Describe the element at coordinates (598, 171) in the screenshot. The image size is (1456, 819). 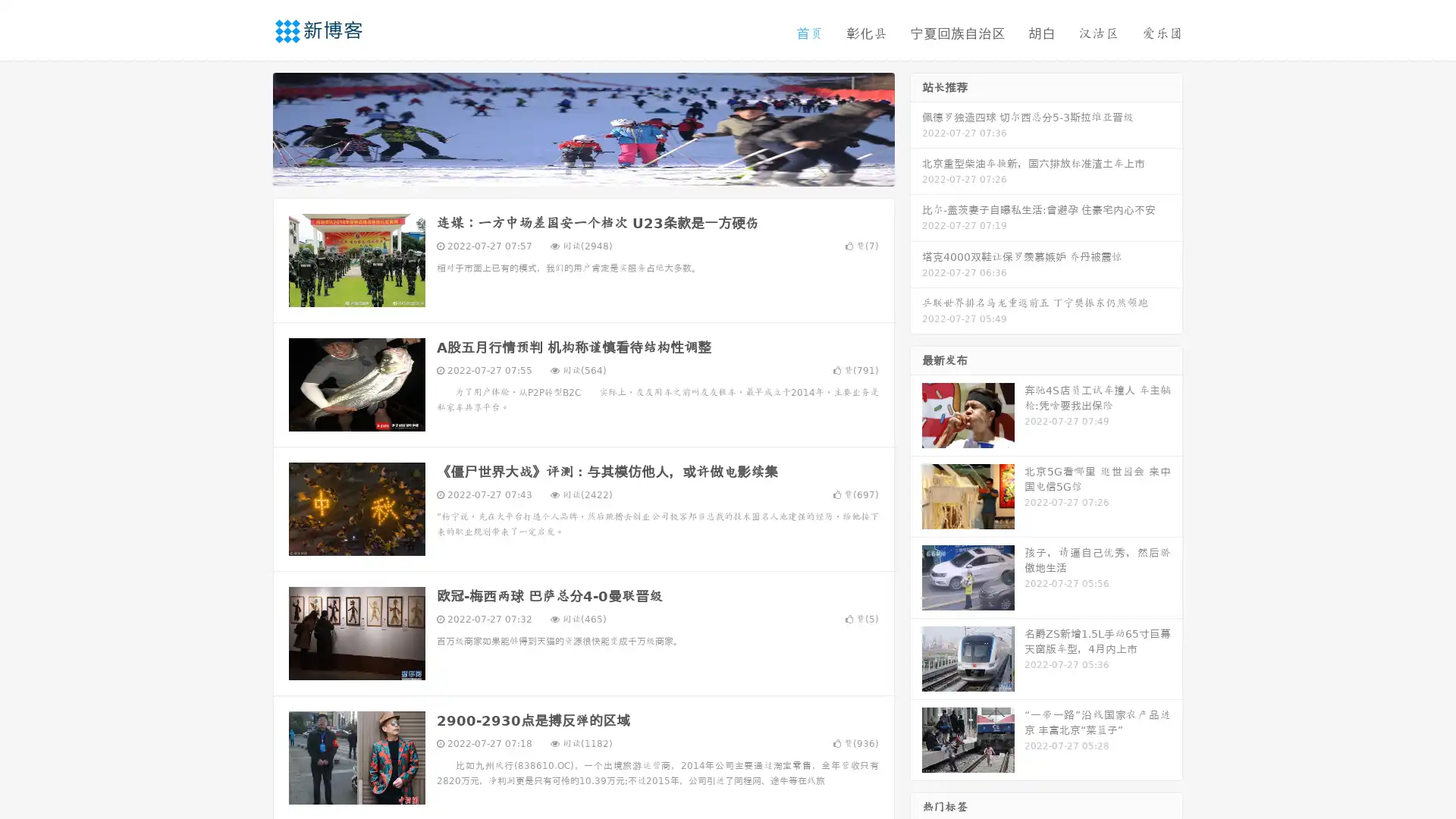
I see `Go to slide 3` at that location.